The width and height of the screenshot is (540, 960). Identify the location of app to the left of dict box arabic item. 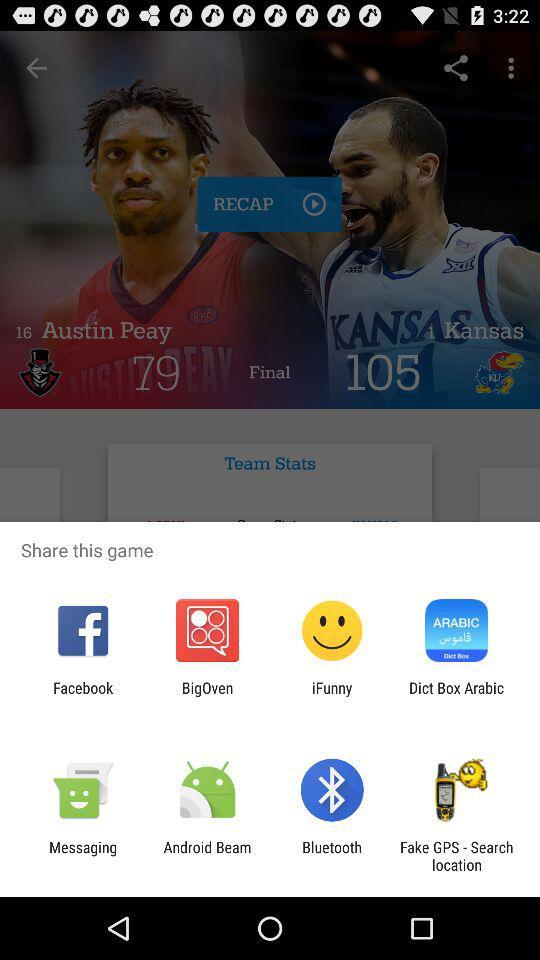
(332, 696).